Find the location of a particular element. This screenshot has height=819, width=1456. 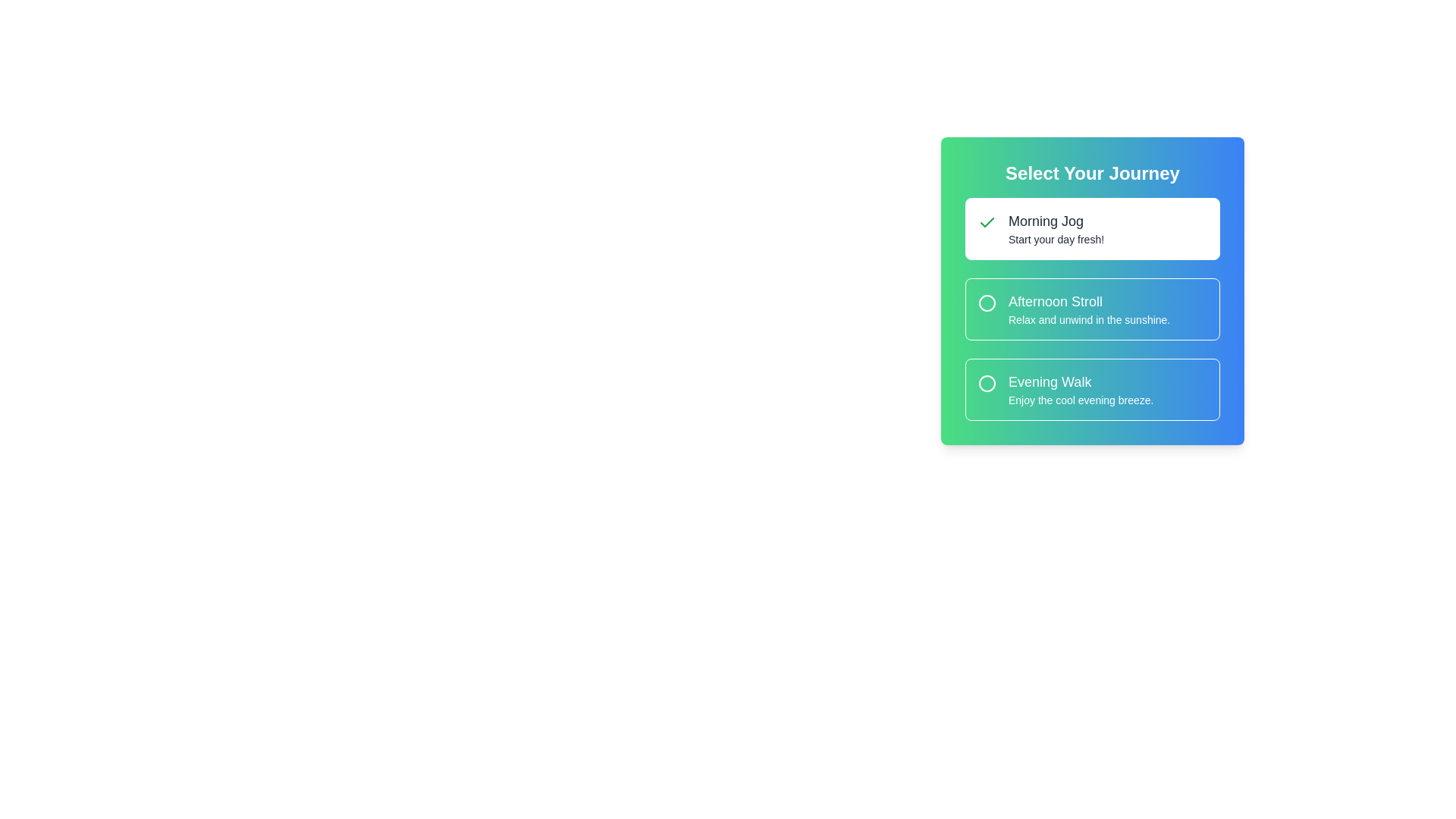

descriptive text label that provides additional information about the 'Morning Jog' option, located below it in the green and blue gradient card layout labeled 'Select Your Journey' is located at coordinates (1055, 239).